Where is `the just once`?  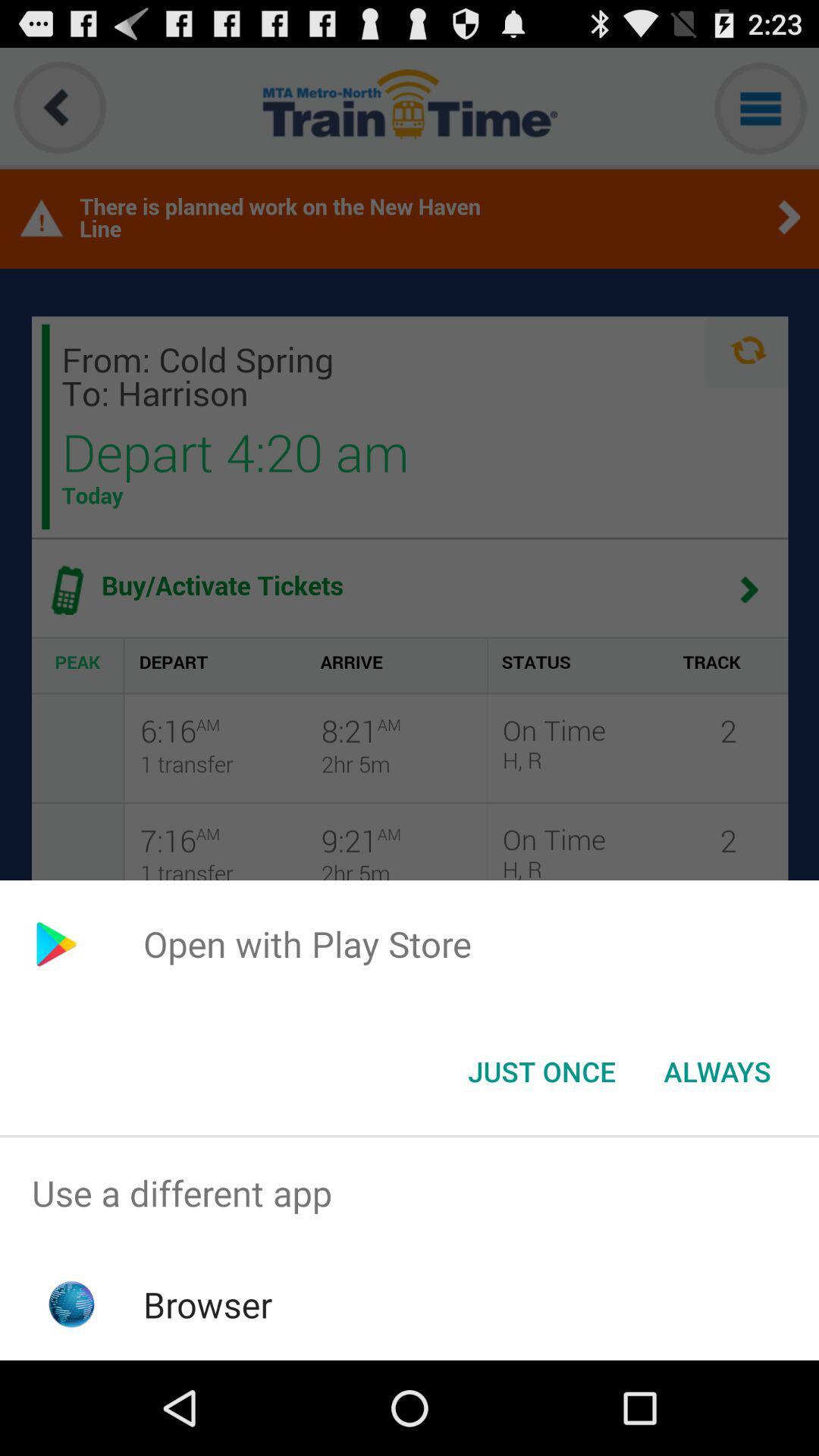
the just once is located at coordinates (541, 1070).